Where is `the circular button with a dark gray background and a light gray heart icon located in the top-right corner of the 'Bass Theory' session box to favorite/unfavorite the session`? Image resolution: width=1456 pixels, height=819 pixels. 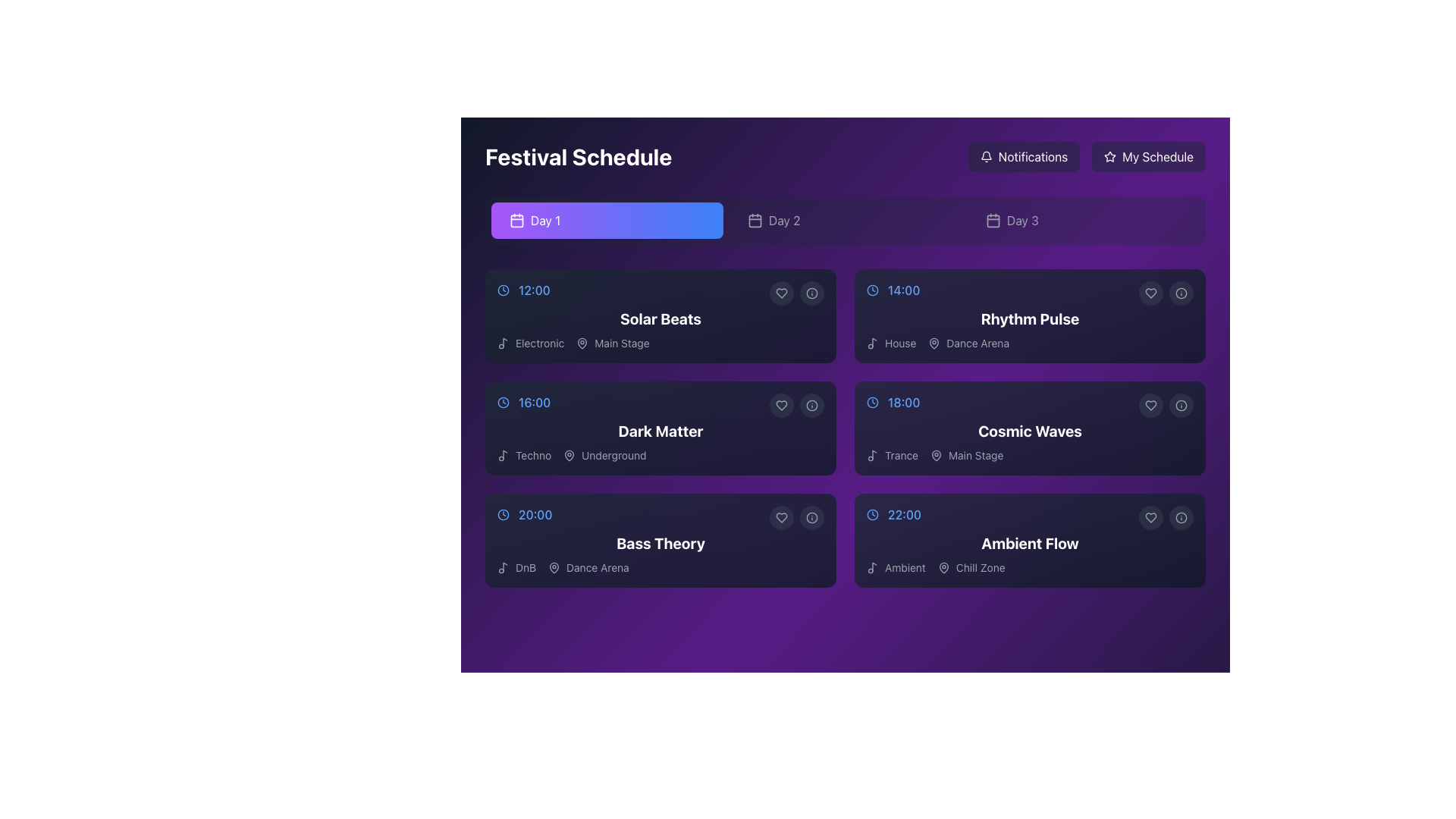
the circular button with a dark gray background and a light gray heart icon located in the top-right corner of the 'Bass Theory' session box to favorite/unfavorite the session is located at coordinates (782, 516).